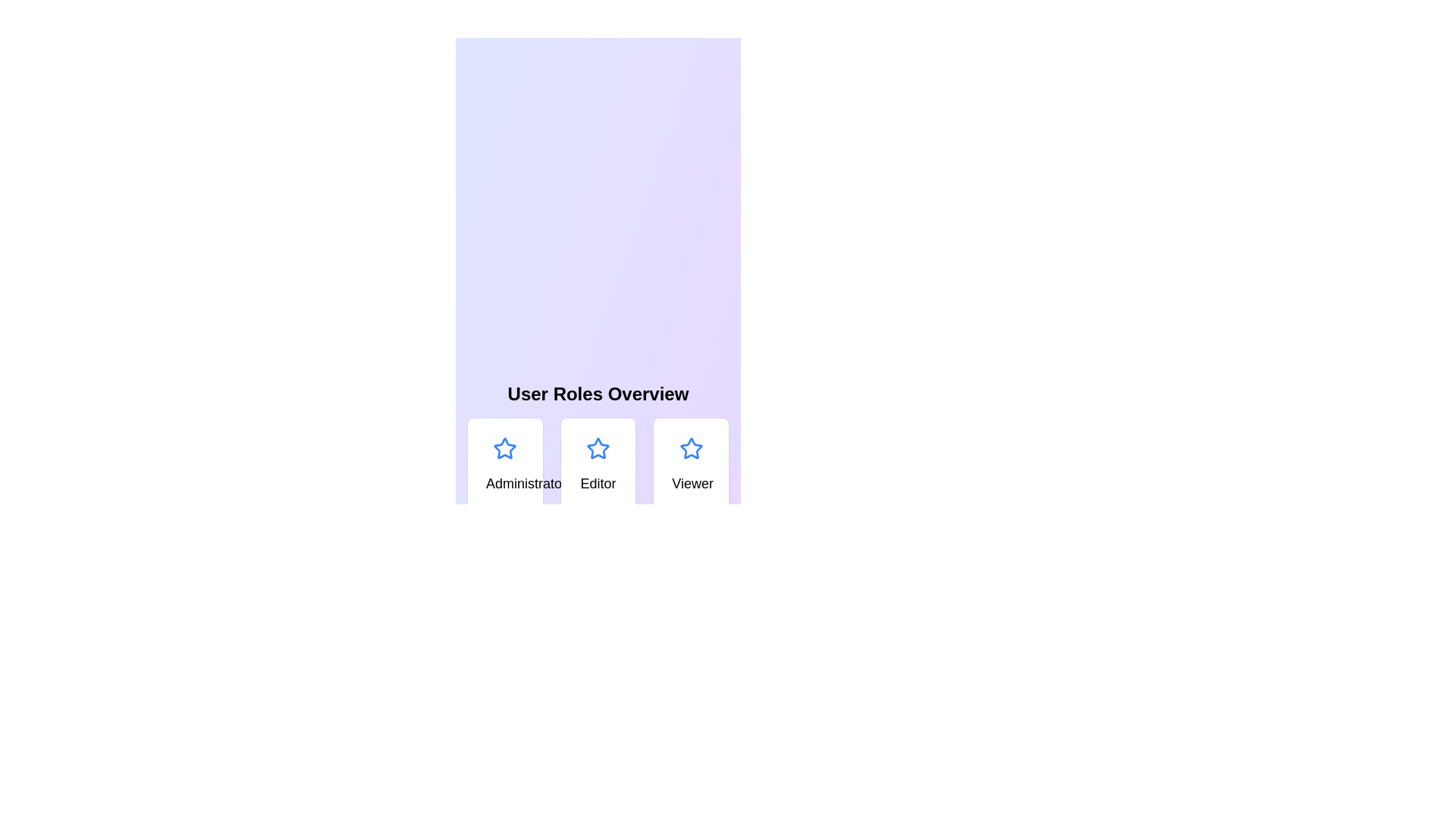  Describe the element at coordinates (690, 464) in the screenshot. I see `the 'Viewer' role category card, which is the third in a sequence of three cards labeled 'Administrator', 'Editor', and 'Viewer'` at that location.